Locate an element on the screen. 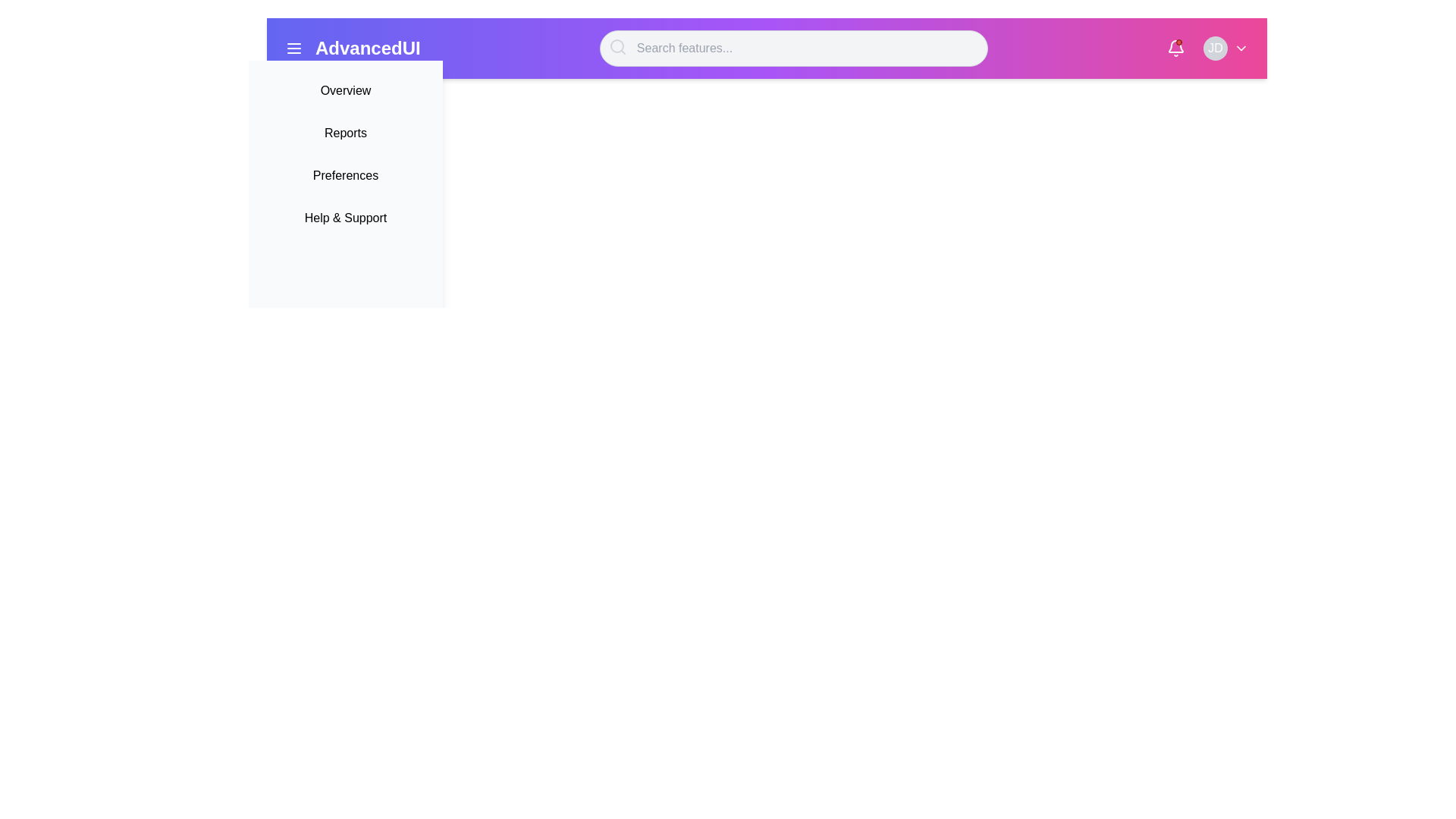 This screenshot has width=1456, height=819. the Notification Icon located at the top-right corner of the application interface is located at coordinates (1175, 48).